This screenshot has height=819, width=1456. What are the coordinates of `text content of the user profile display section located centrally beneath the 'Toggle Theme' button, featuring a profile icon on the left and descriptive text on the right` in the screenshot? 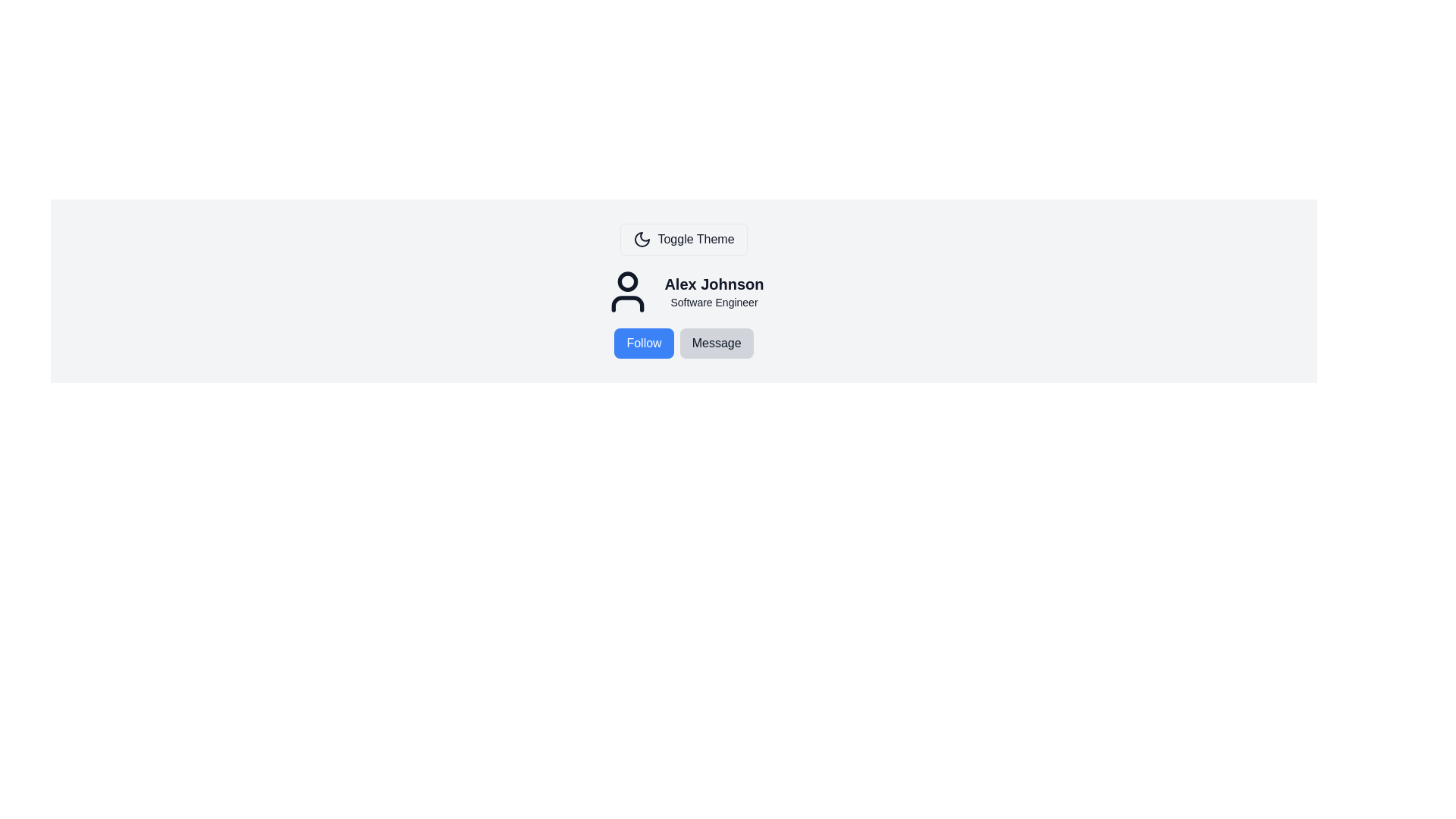 It's located at (683, 292).